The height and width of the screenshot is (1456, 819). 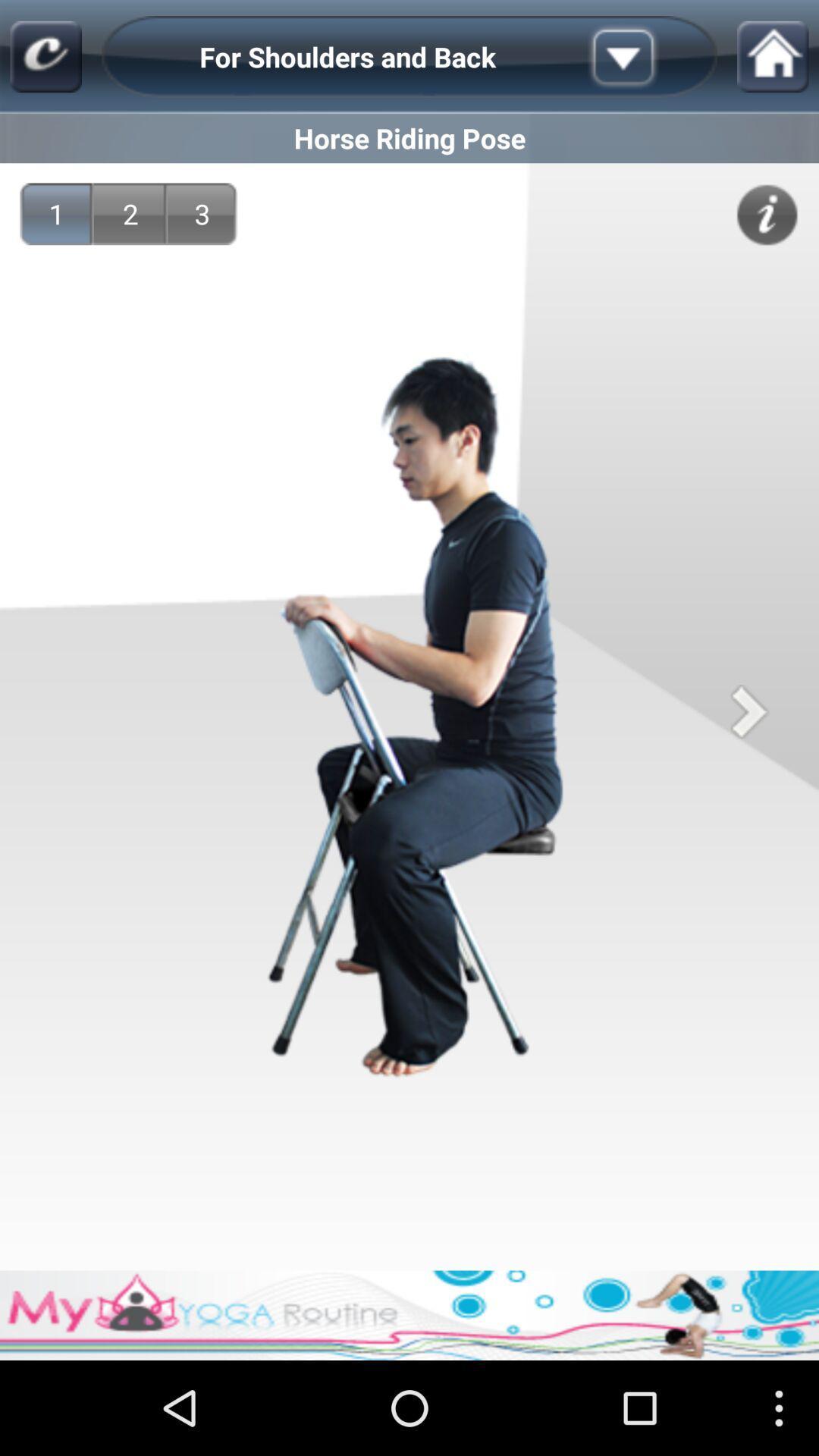 What do you see at coordinates (55, 213) in the screenshot?
I see `the item below horse riding pose app` at bounding box center [55, 213].